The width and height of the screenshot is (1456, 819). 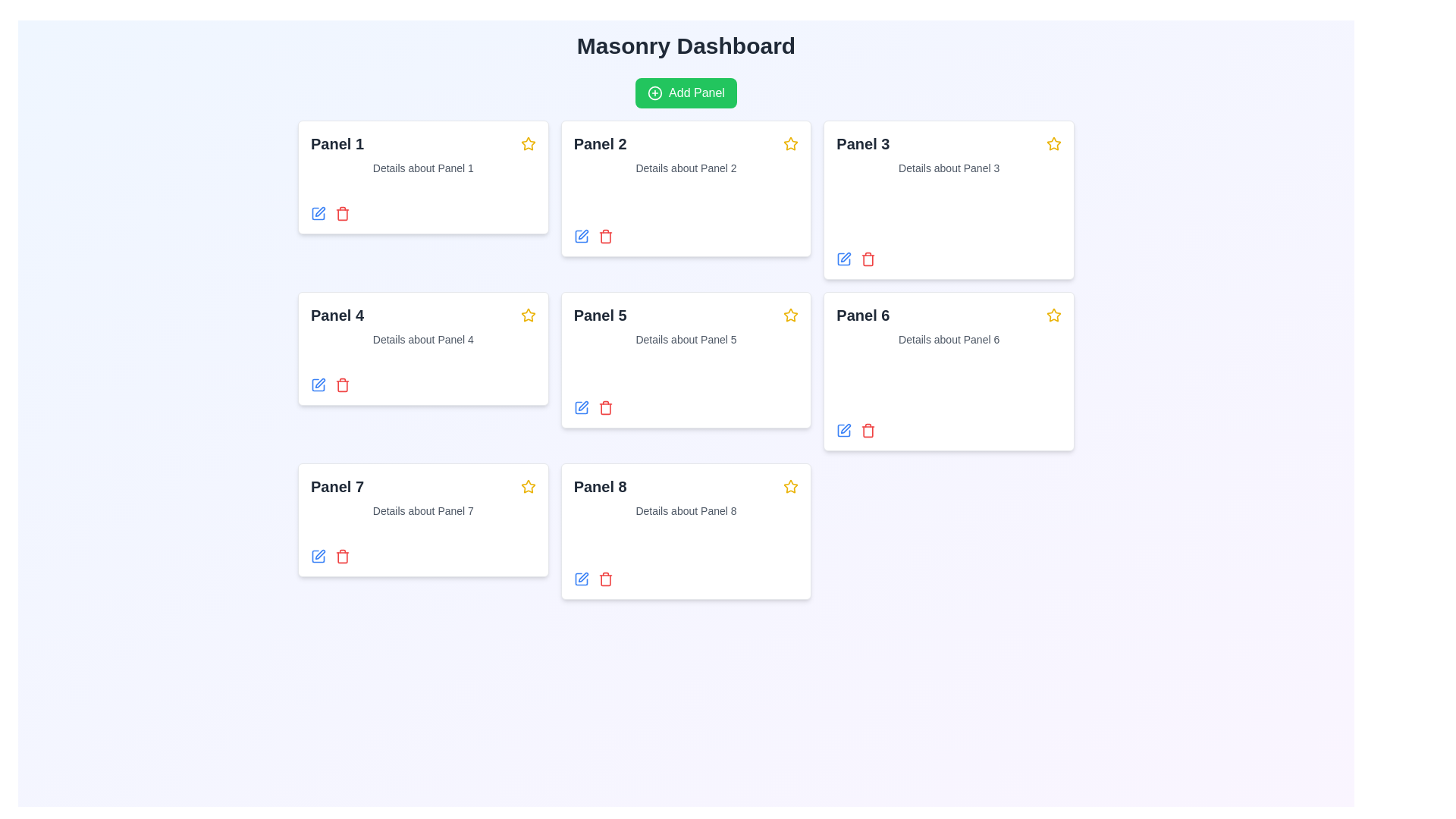 I want to click on the Panel titled 'Panel 3', so click(x=948, y=199).